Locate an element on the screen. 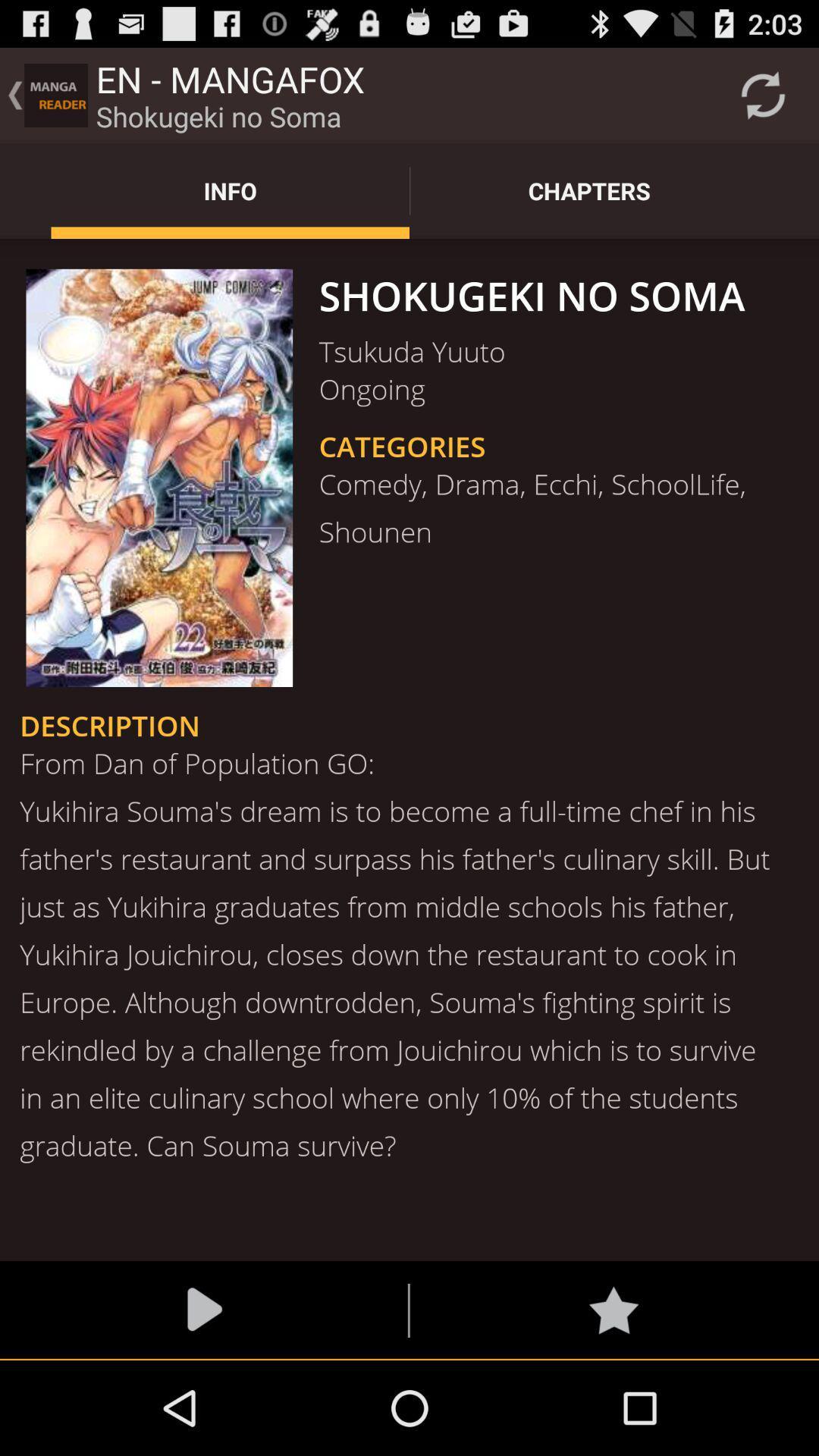 This screenshot has width=819, height=1456. the play icon is located at coordinates (202, 1401).